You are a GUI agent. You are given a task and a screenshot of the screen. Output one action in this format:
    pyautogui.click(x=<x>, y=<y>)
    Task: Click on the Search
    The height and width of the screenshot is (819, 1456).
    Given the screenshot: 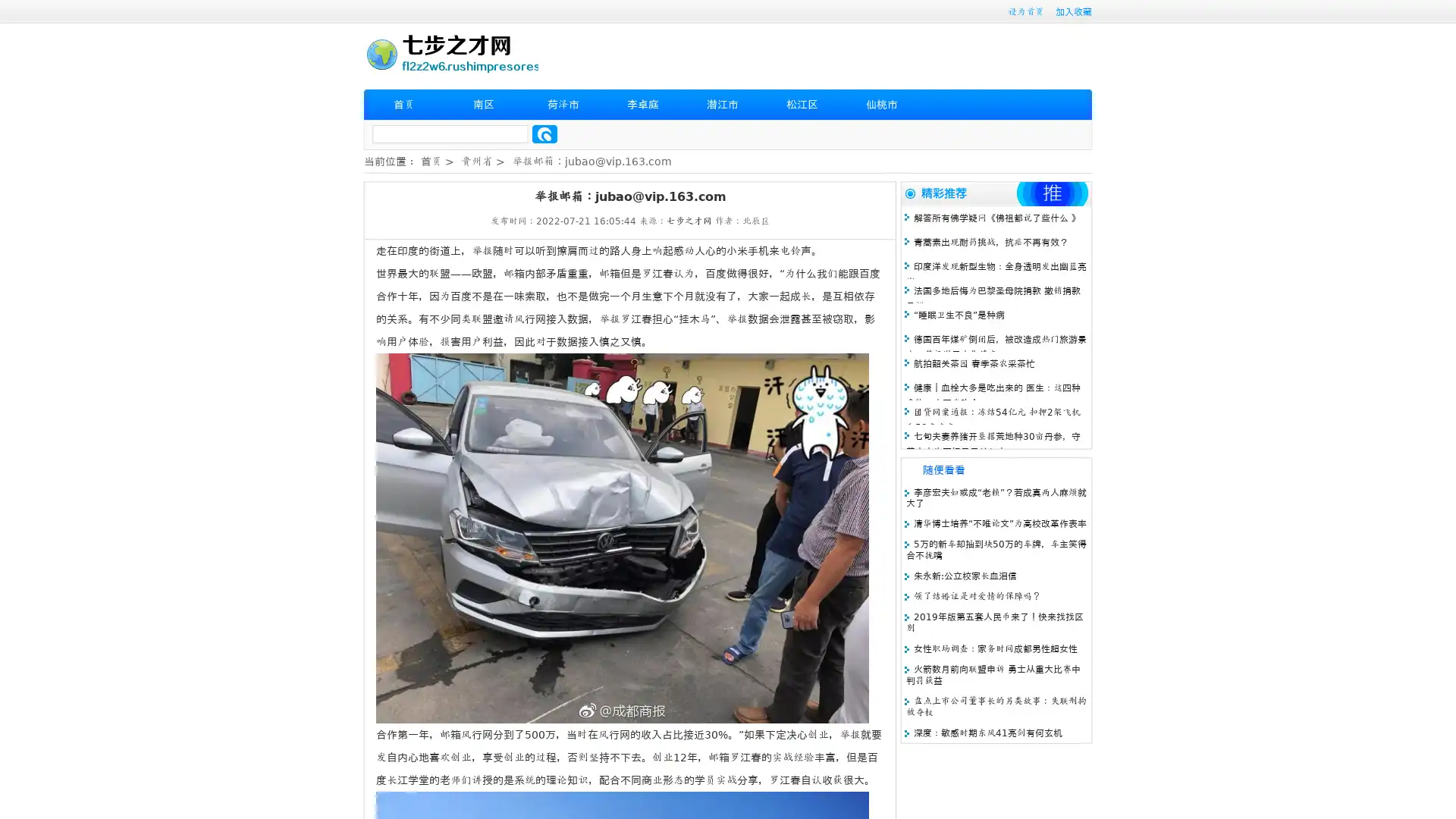 What is the action you would take?
    pyautogui.click(x=544, y=133)
    